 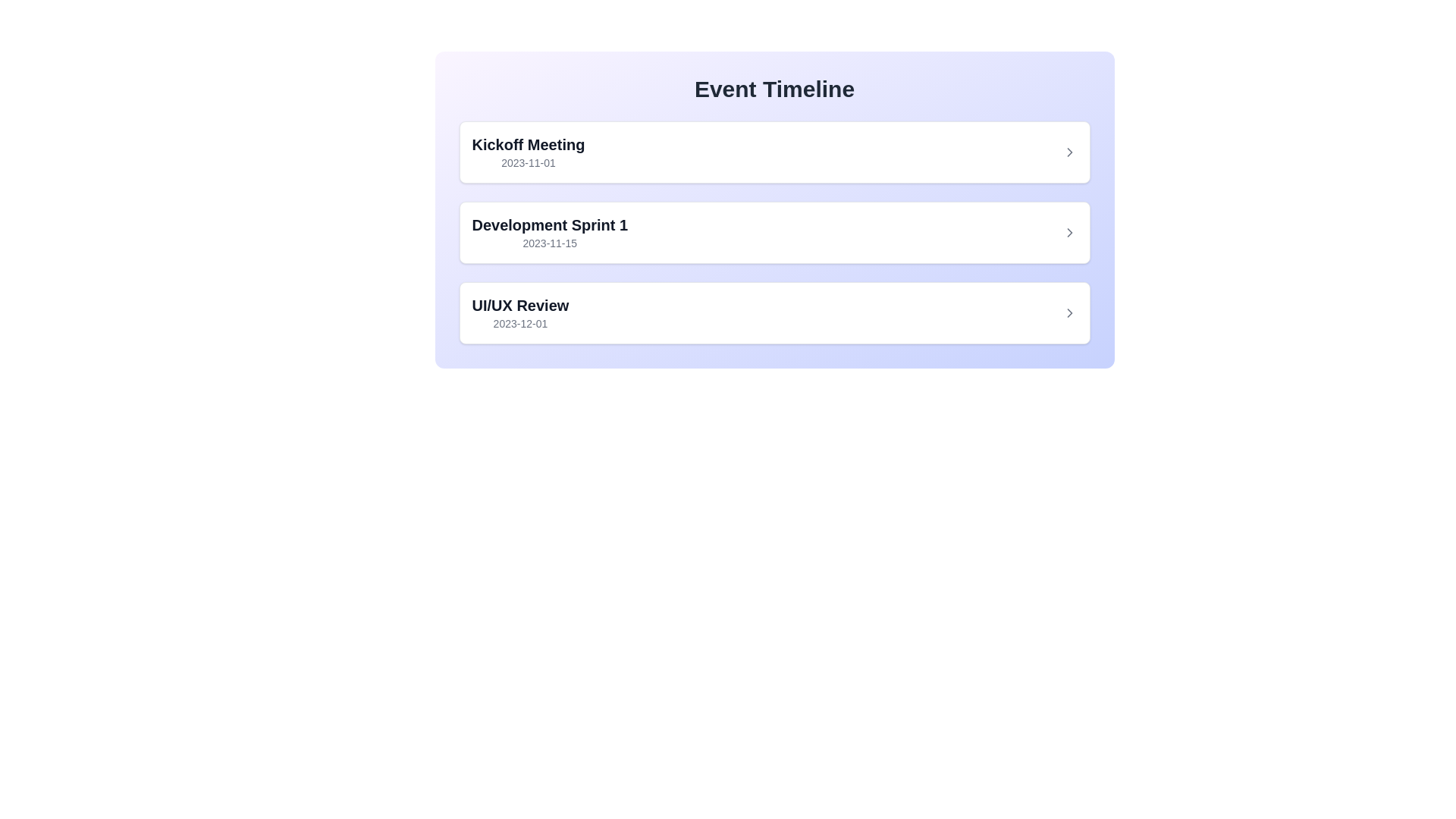 What do you see at coordinates (520, 305) in the screenshot?
I see `the text label that serves as the title or description for the associated card in the 'Event Timeline', positioned above the date '2023-12-01'` at bounding box center [520, 305].